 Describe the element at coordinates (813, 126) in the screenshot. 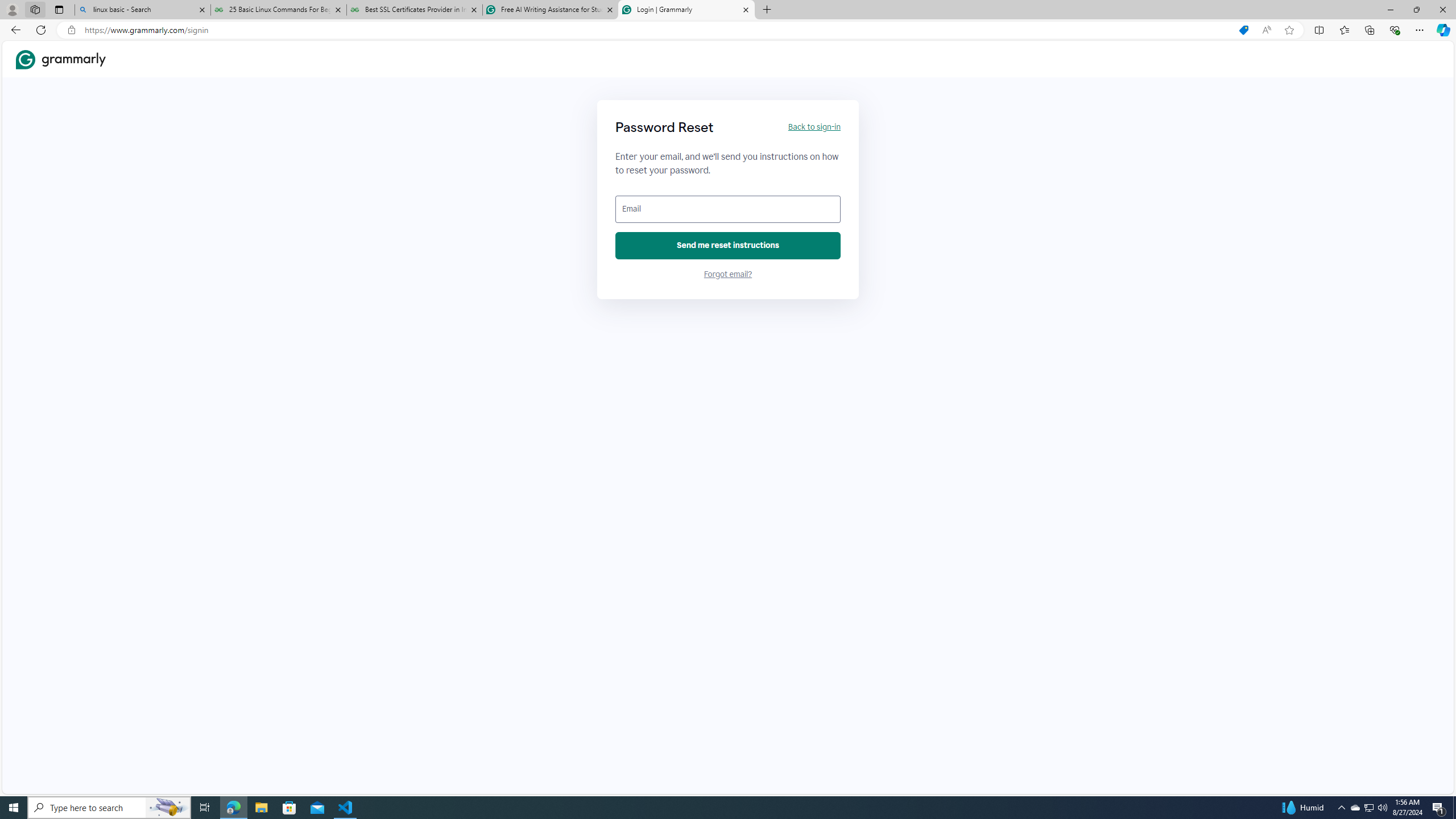

I see `'Back to sign-in'` at that location.